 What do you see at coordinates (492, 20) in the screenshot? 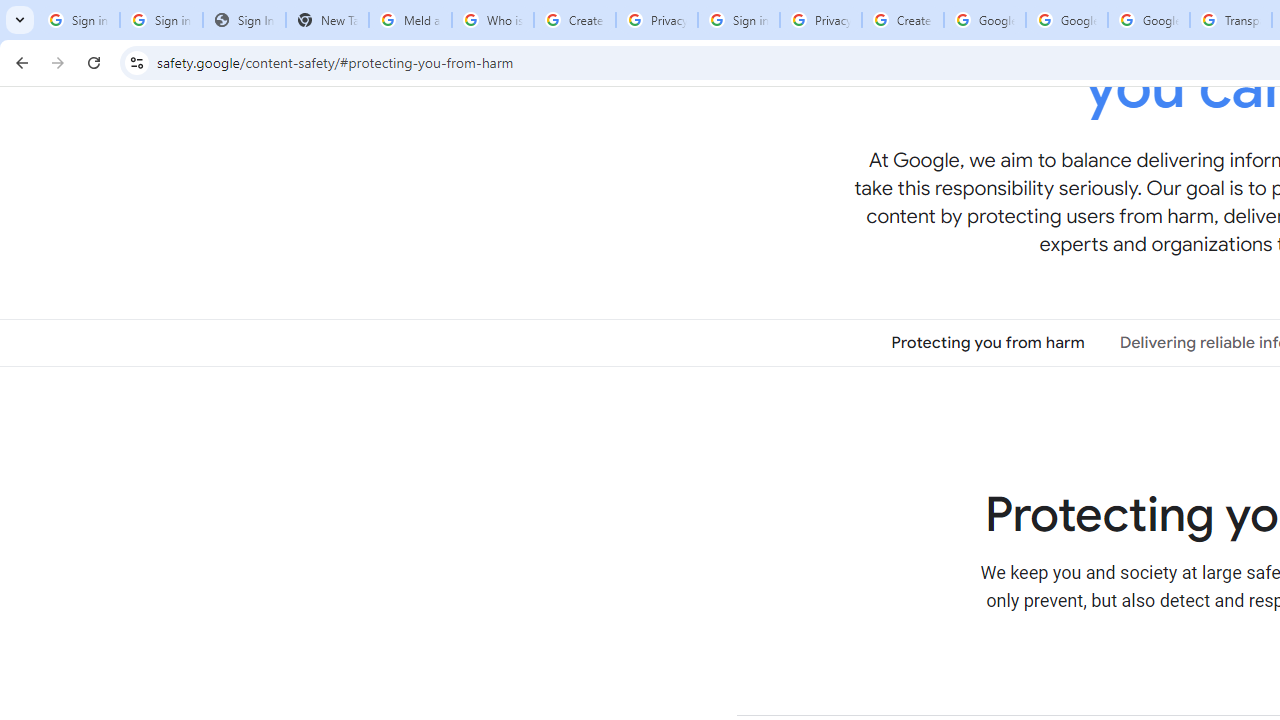
I see `'Who is my administrator? - Google Account Help'` at bounding box center [492, 20].